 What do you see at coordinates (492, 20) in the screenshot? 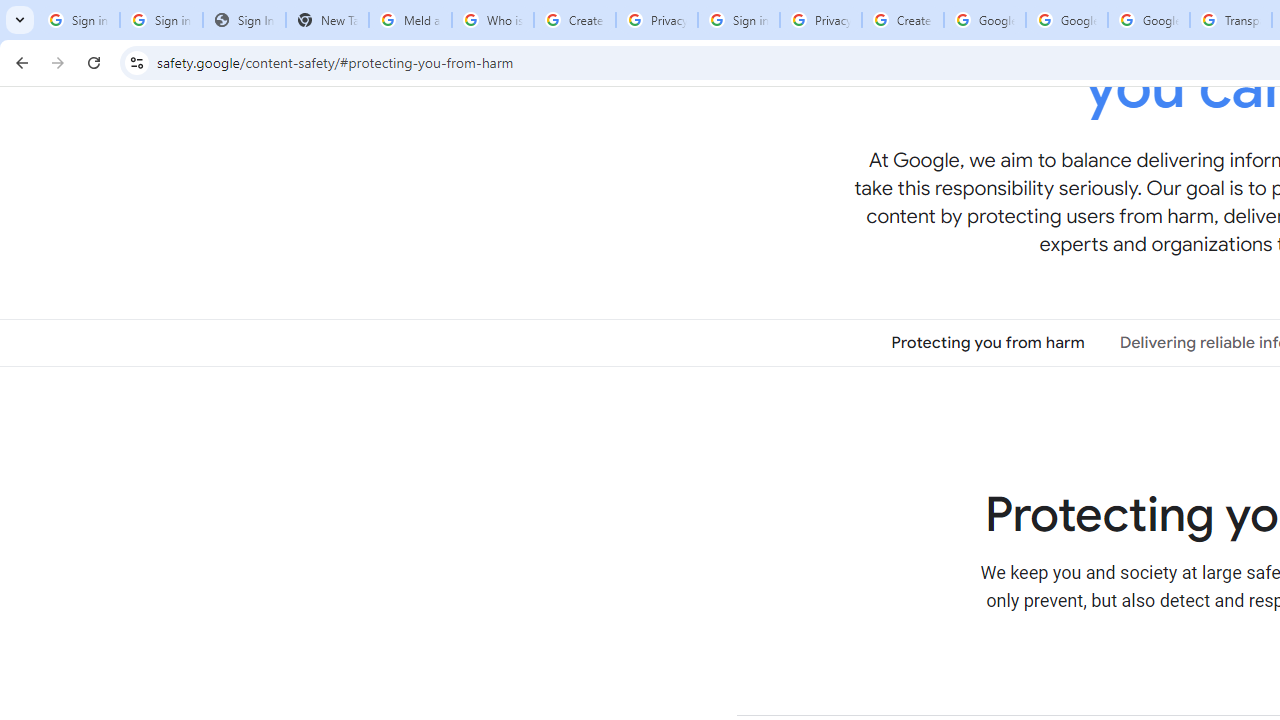
I see `'Who is my administrator? - Google Account Help'` at bounding box center [492, 20].